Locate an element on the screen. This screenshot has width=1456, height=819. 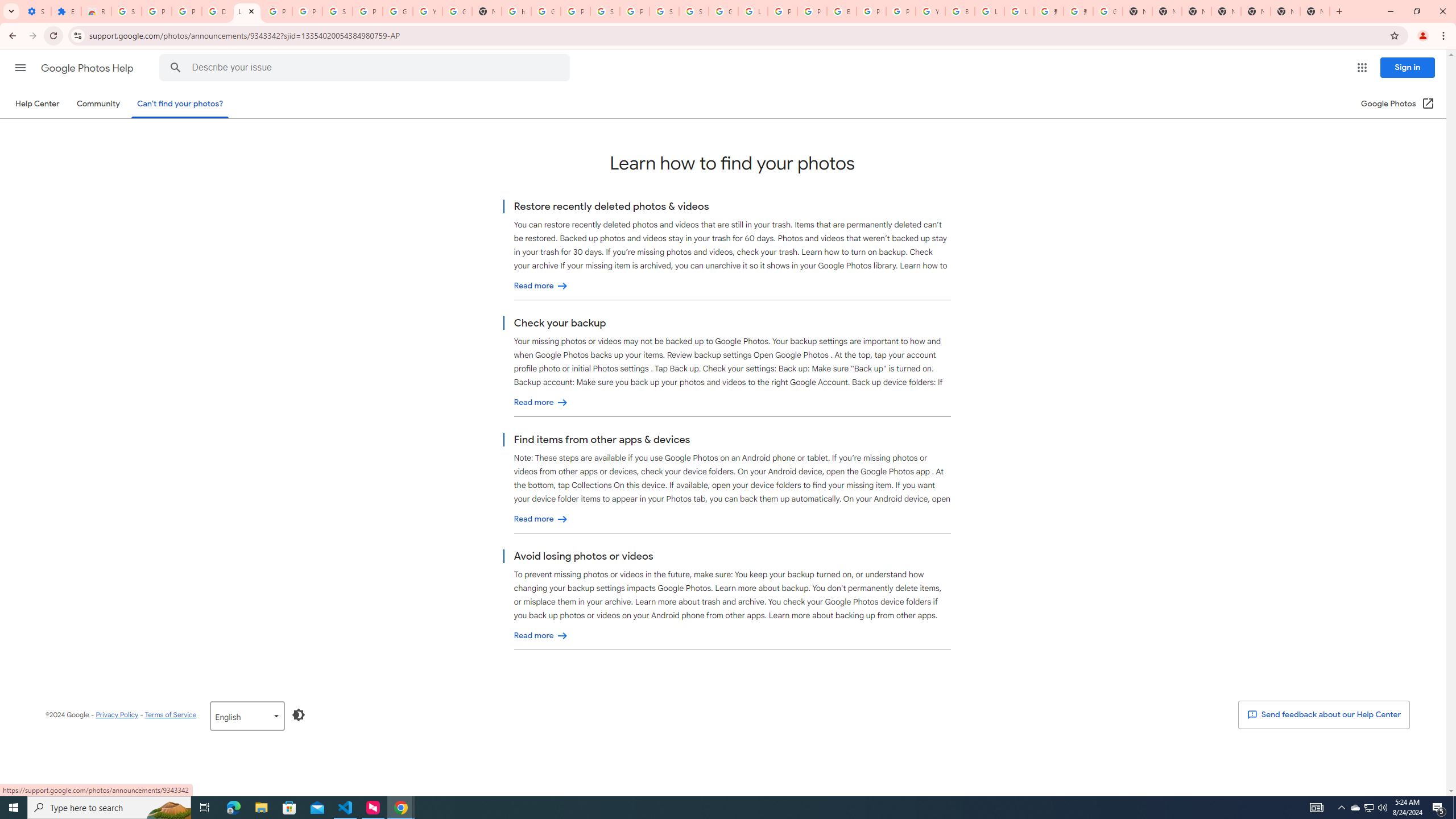
'Learn how to find your photos - Google Photos Help' is located at coordinates (247, 11).